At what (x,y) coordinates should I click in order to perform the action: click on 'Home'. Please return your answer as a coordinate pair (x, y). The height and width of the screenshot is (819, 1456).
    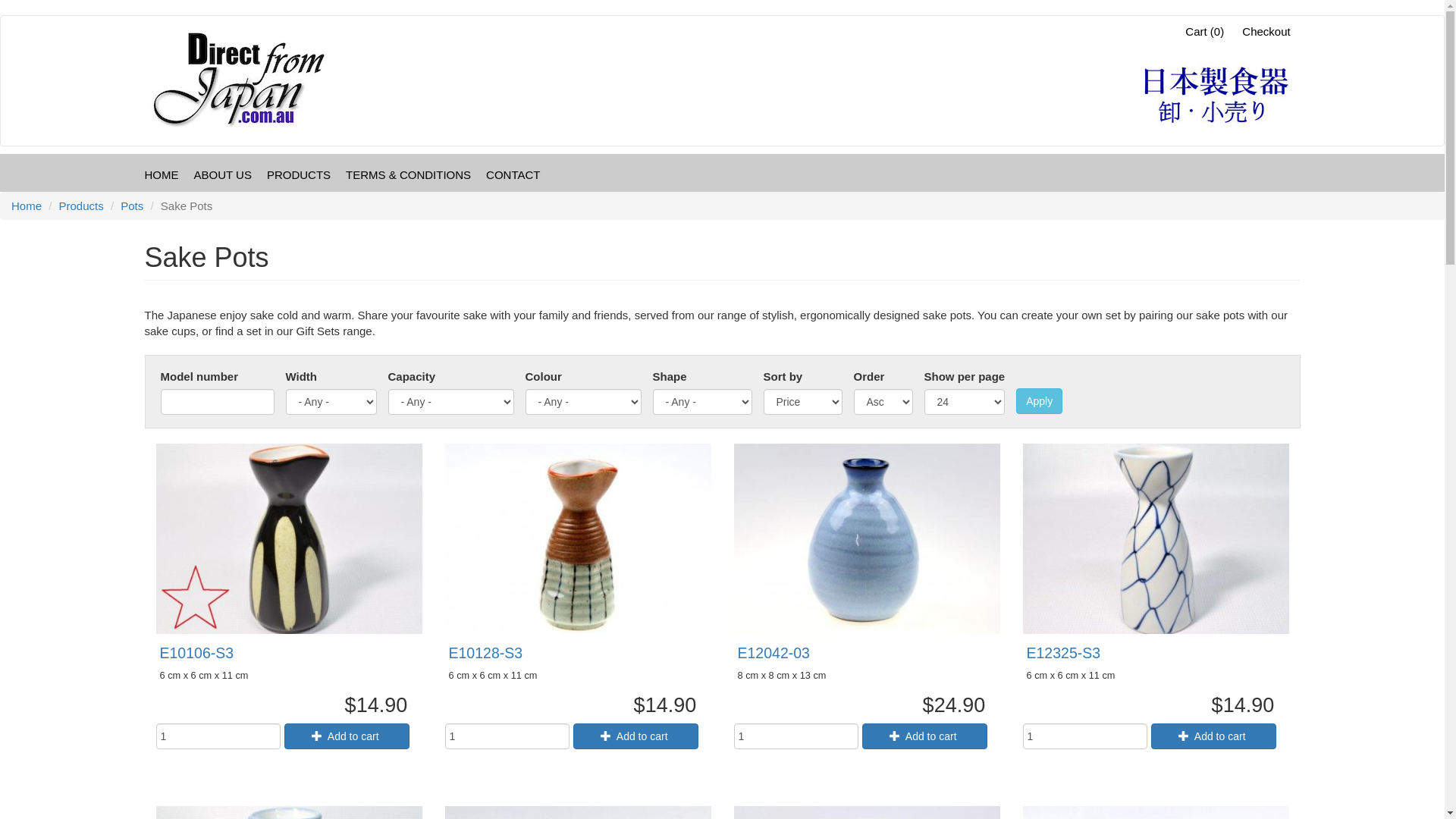
    Looking at the image, I should click on (246, 80).